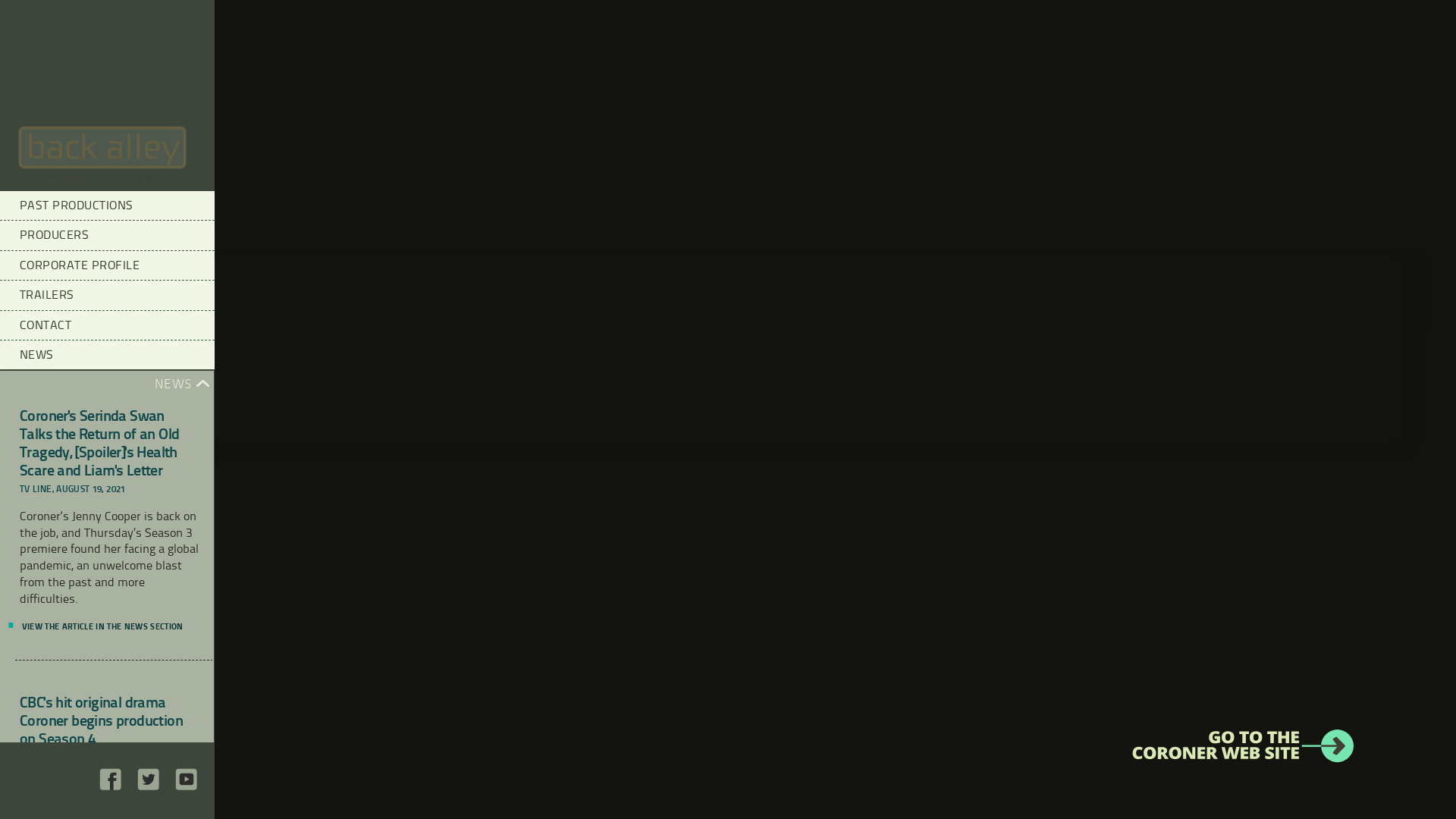  What do you see at coordinates (109, 786) in the screenshot?
I see `' '` at bounding box center [109, 786].